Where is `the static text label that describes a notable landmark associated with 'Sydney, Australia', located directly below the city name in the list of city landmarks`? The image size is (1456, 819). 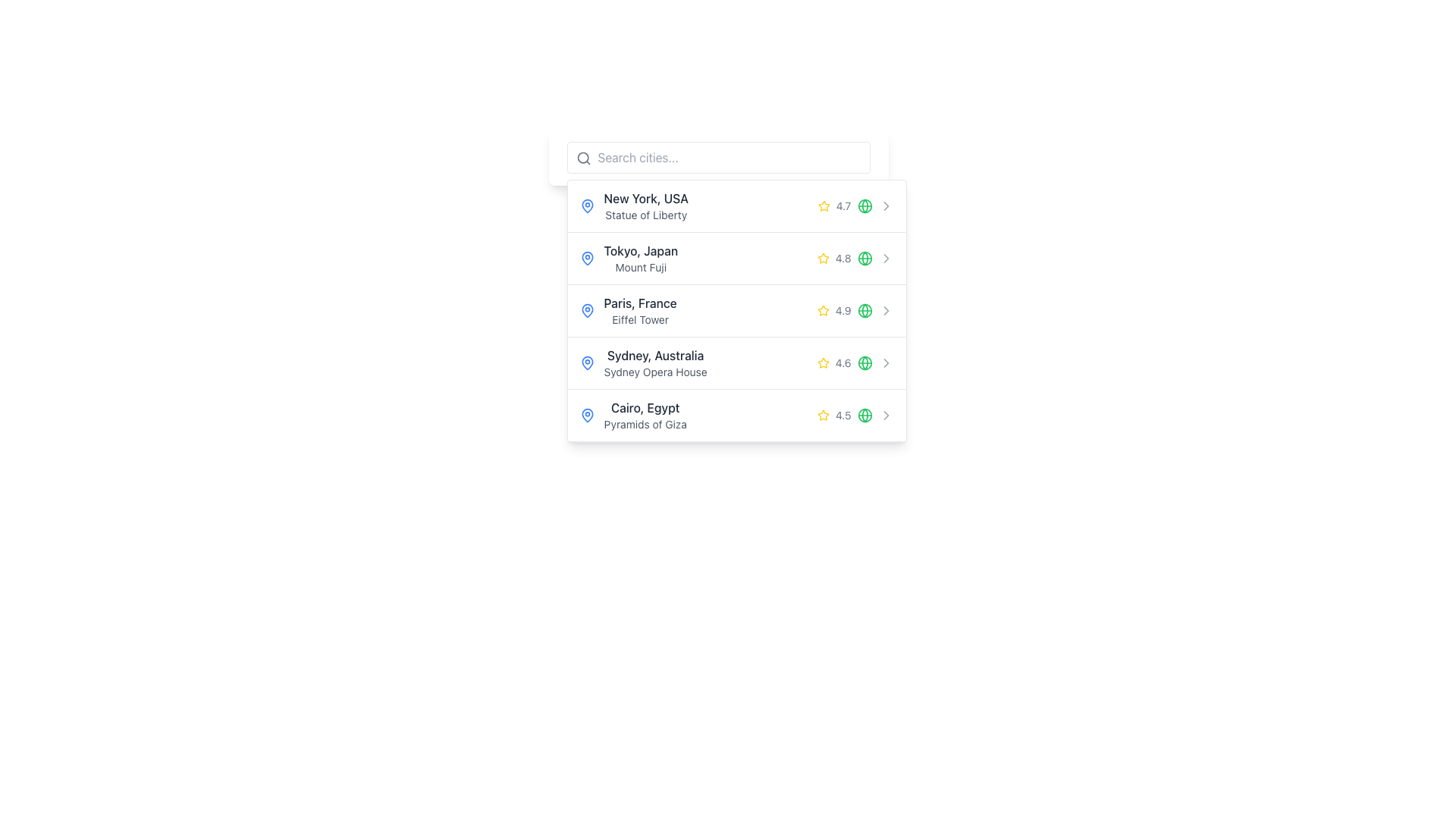 the static text label that describes a notable landmark associated with 'Sydney, Australia', located directly below the city name in the list of city landmarks is located at coordinates (655, 372).